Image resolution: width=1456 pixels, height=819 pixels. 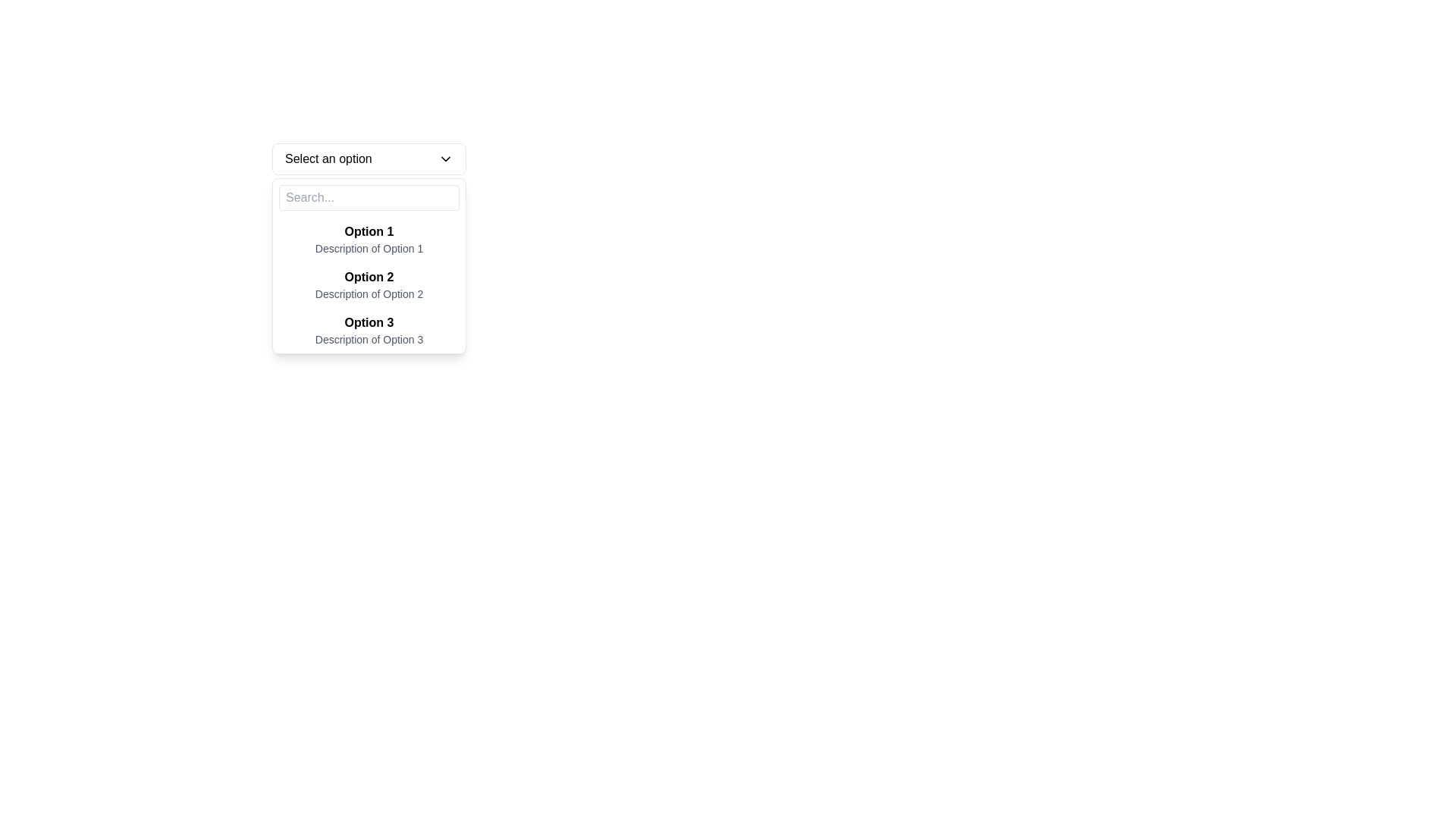 What do you see at coordinates (328, 158) in the screenshot?
I see `the text label 'Select an option' inside the dropdown to focus the dropdown` at bounding box center [328, 158].